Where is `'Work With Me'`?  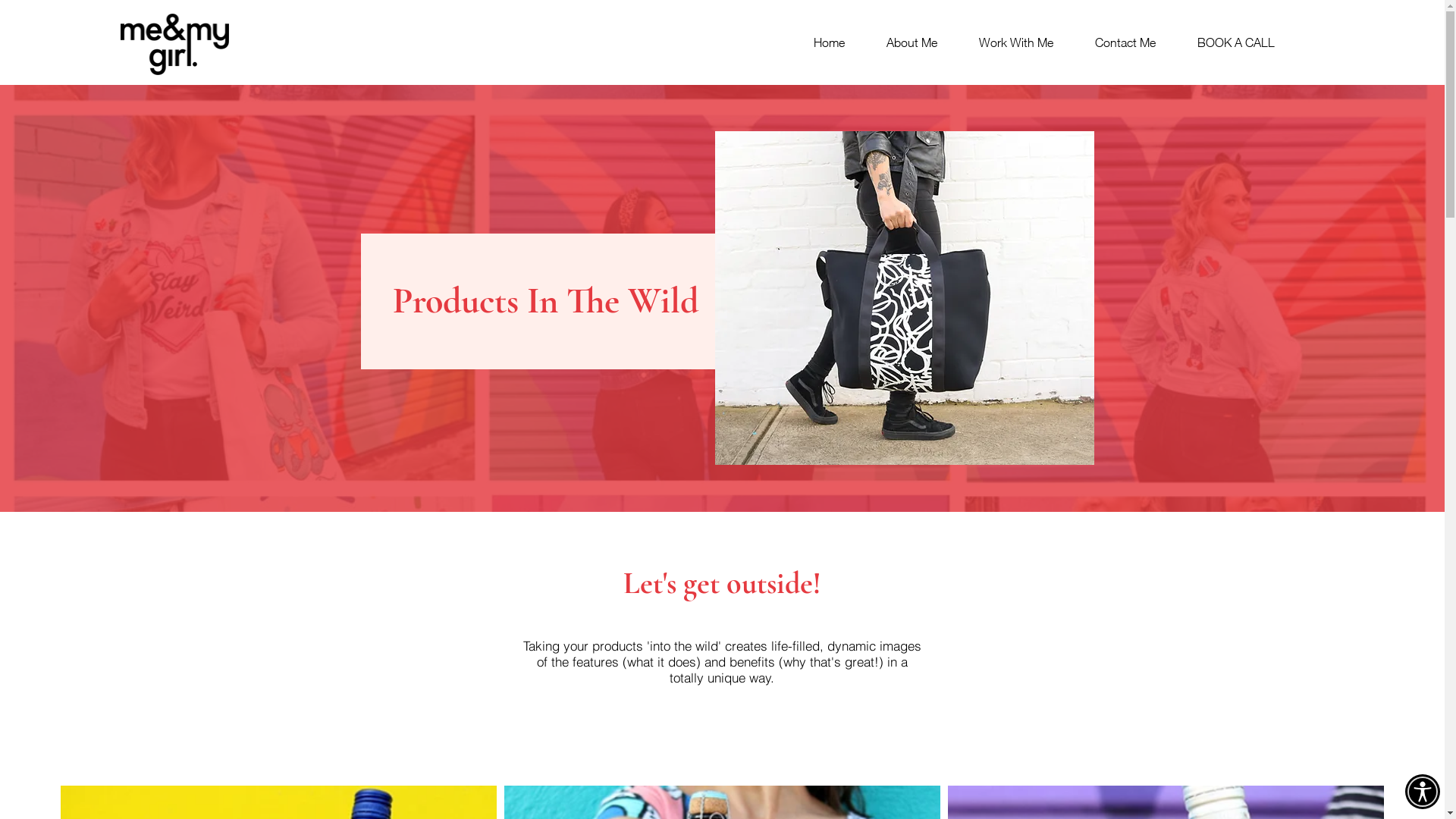 'Work With Me' is located at coordinates (1006, 41).